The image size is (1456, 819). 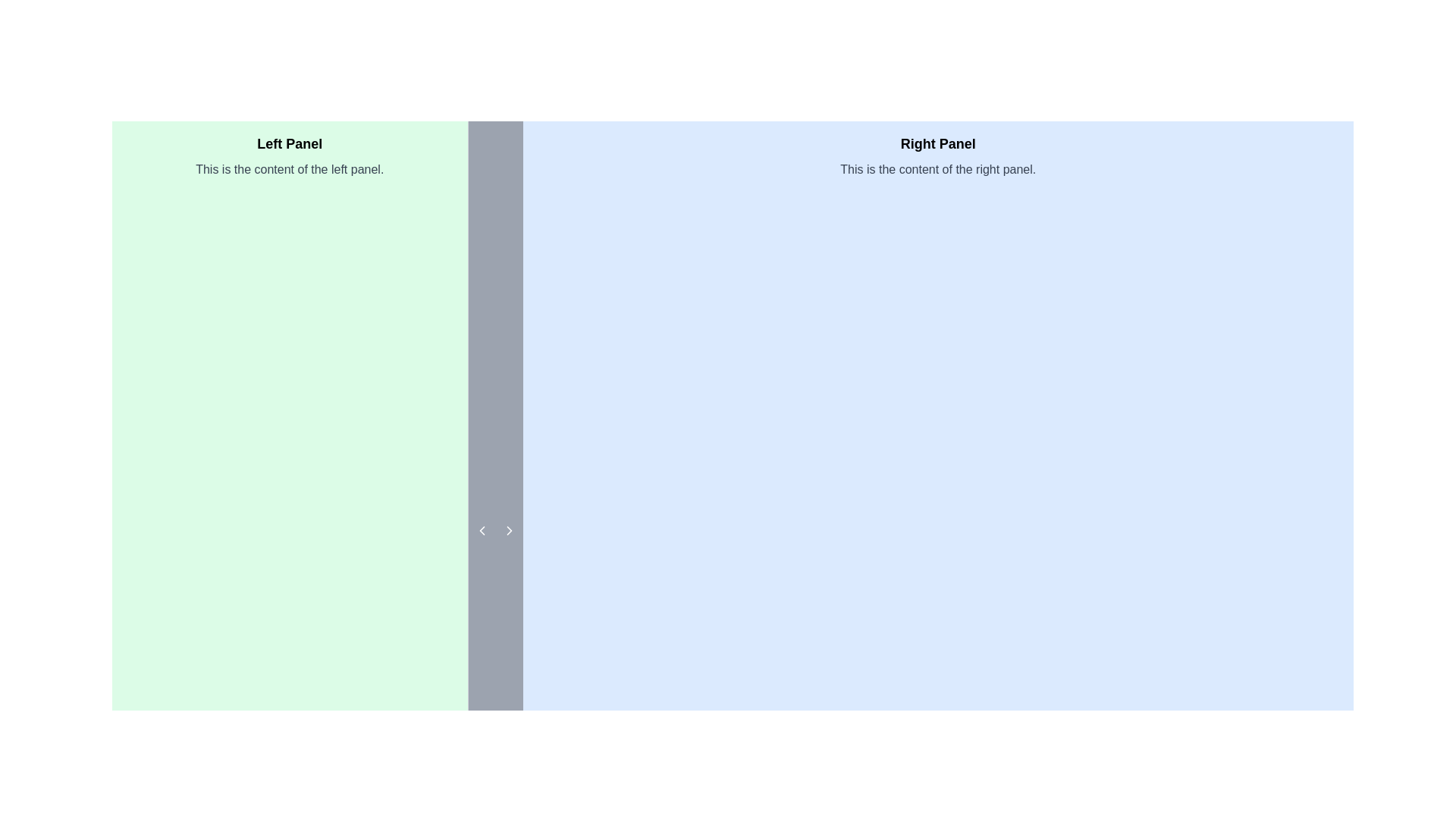 I want to click on prominently styled bold text 'Right Panel' located at the top of the right-hand section of the interface, so click(x=937, y=143).